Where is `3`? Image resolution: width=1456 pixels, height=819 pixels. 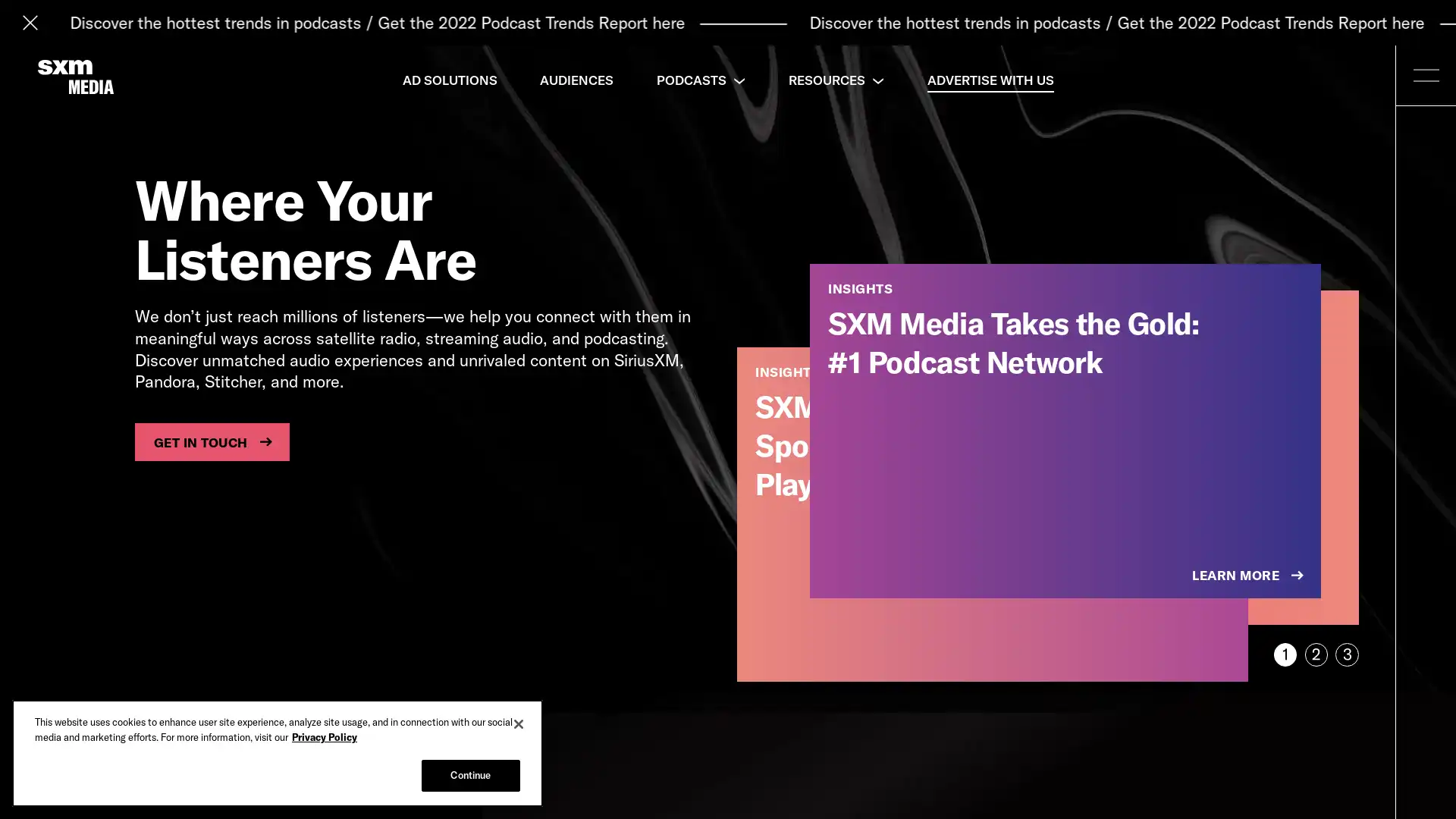 3 is located at coordinates (1347, 654).